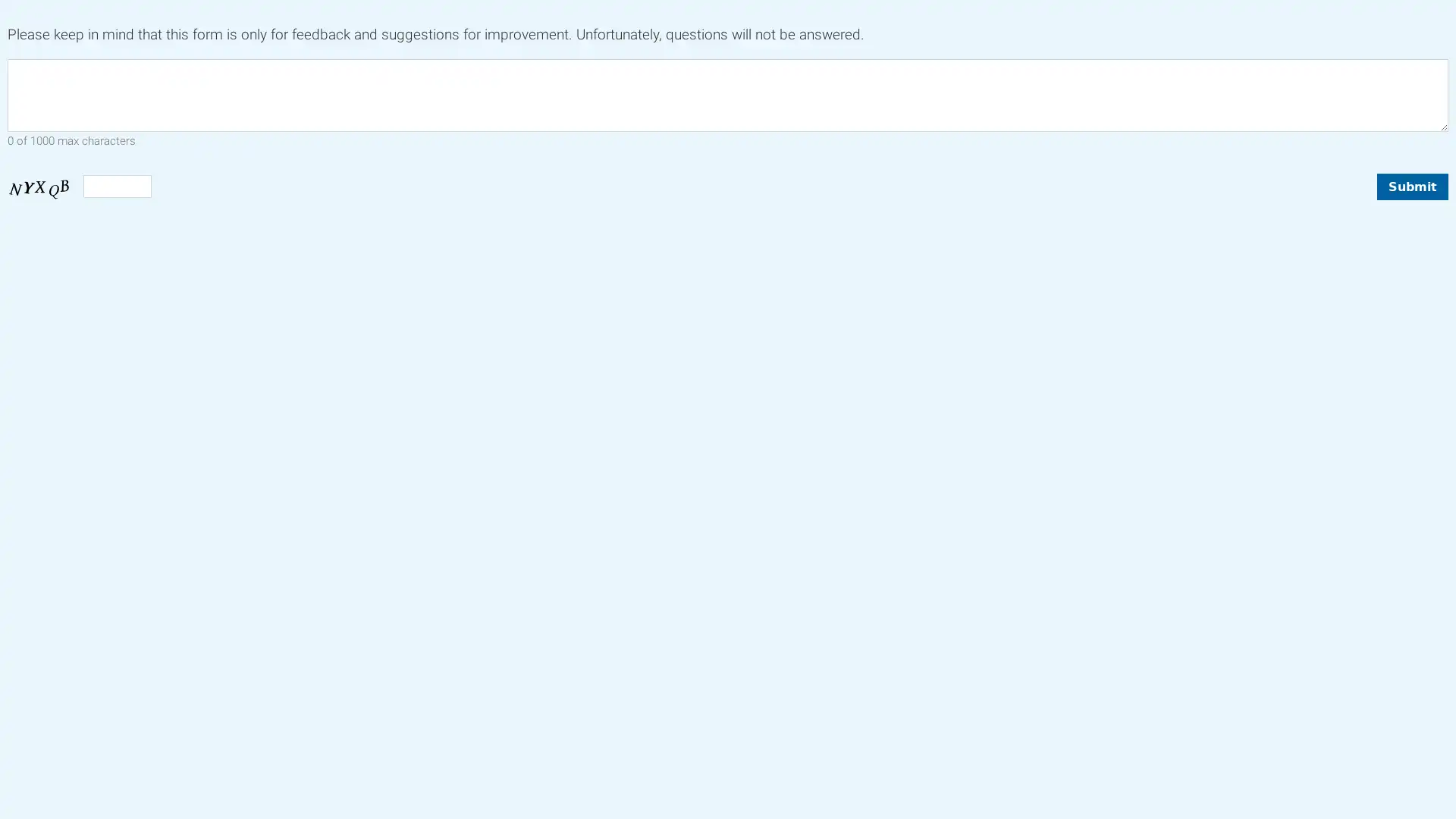  I want to click on Submit, so click(1411, 185).